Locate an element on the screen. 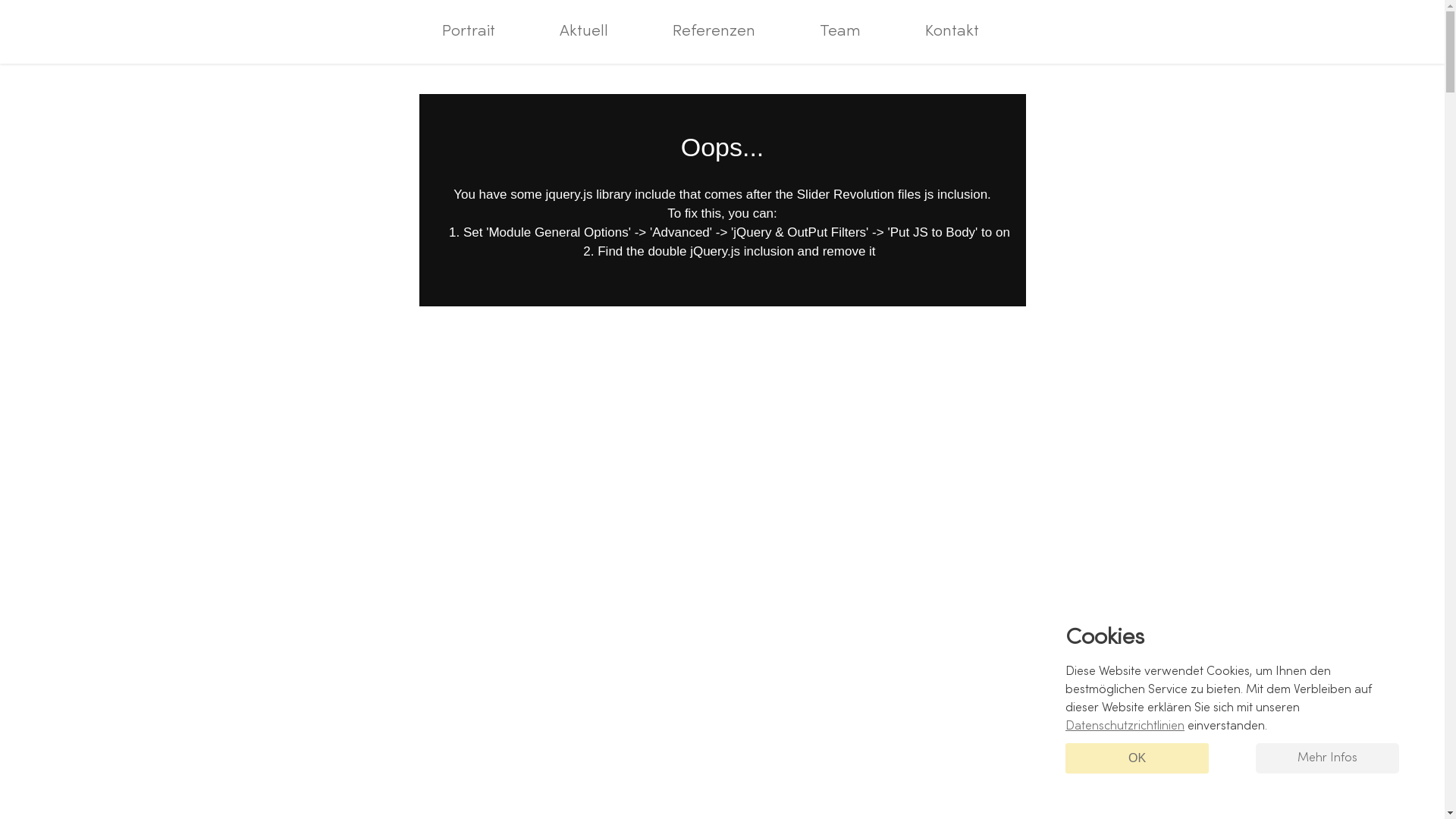  'Team' is located at coordinates (796, 32).